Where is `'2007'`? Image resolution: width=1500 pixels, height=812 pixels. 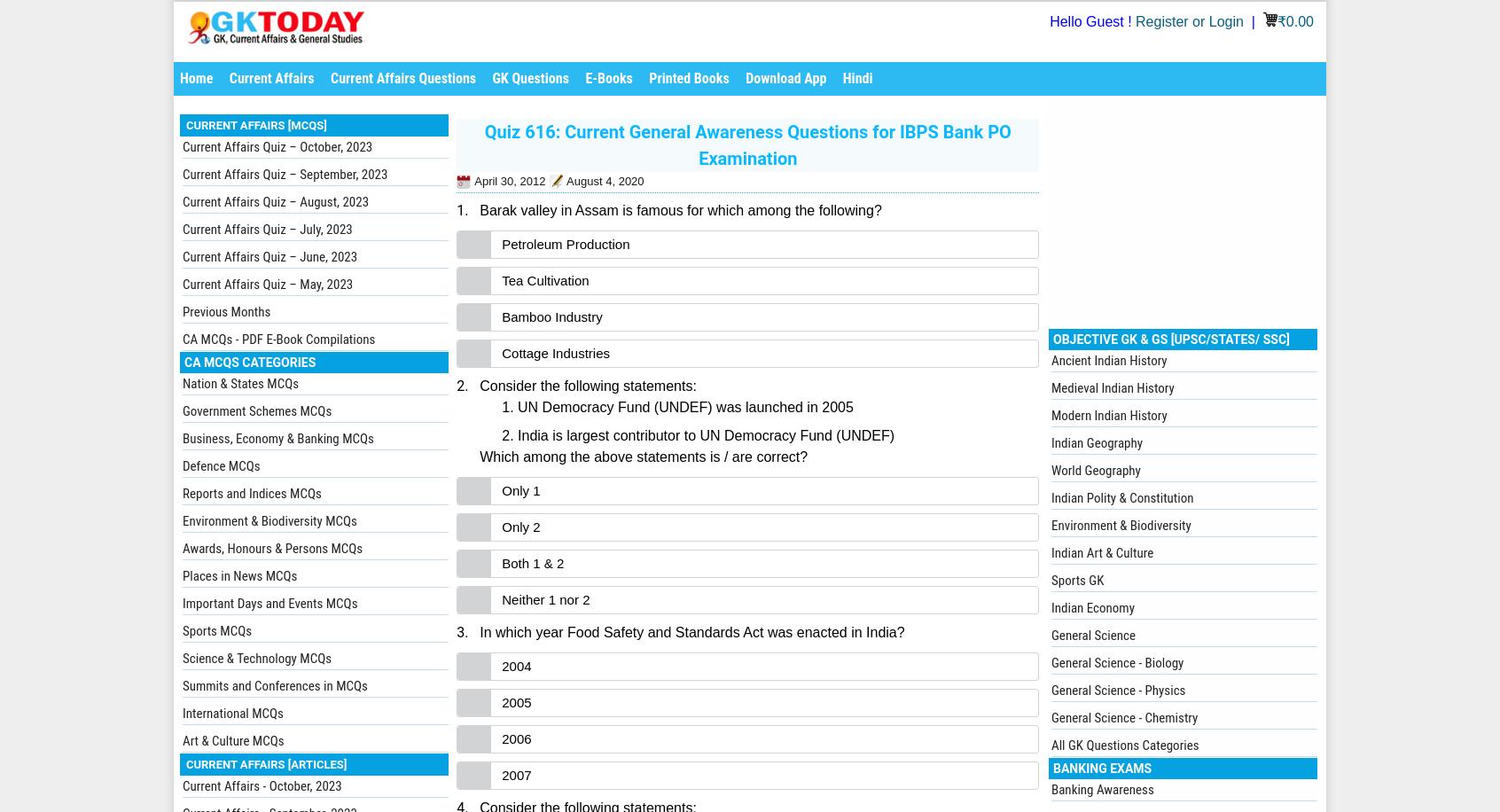
'2007' is located at coordinates (515, 774).